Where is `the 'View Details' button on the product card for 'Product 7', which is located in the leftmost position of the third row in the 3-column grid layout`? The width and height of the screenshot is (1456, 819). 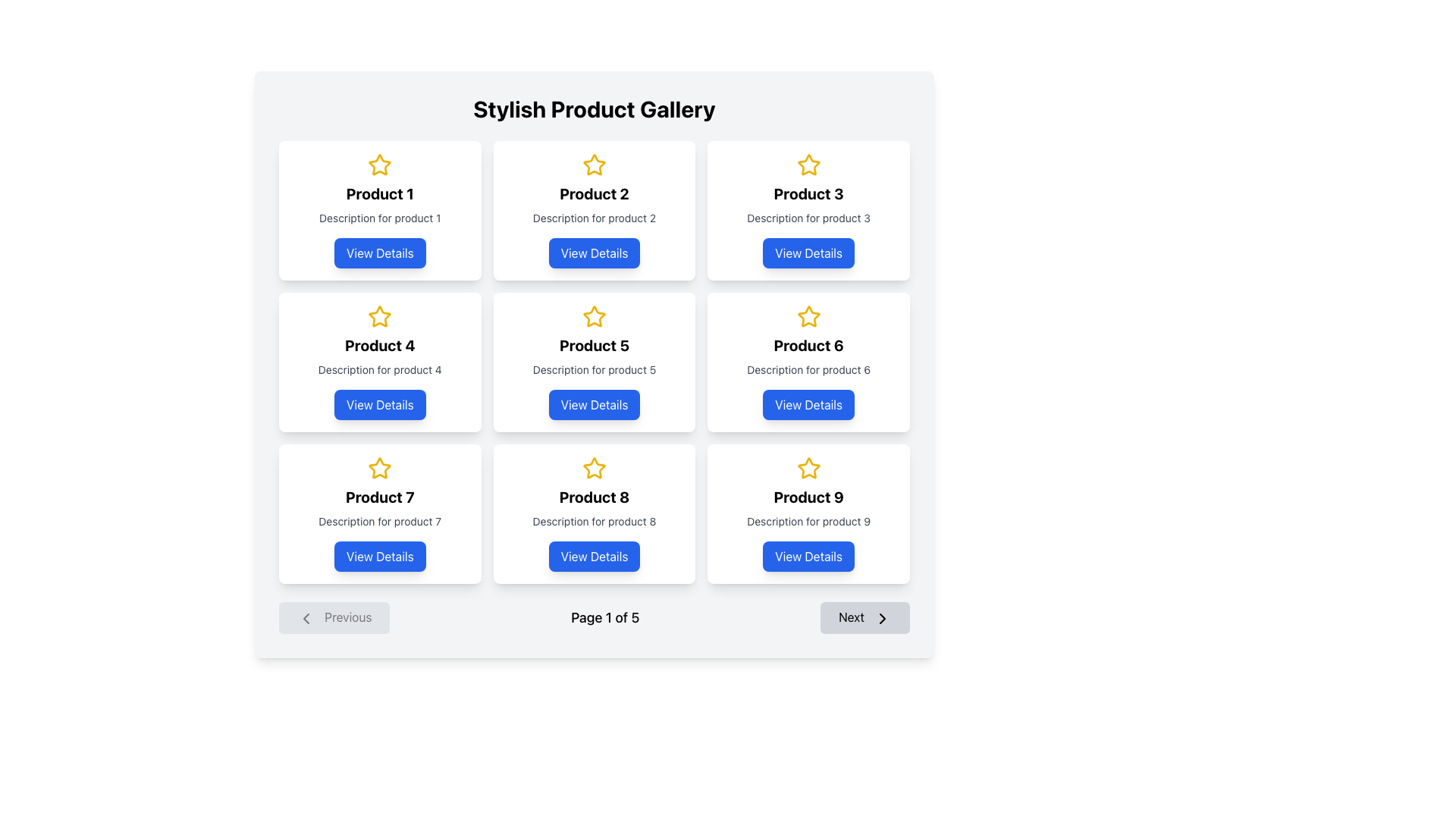 the 'View Details' button on the product card for 'Product 7', which is located in the leftmost position of the third row in the 3-column grid layout is located at coordinates (380, 513).